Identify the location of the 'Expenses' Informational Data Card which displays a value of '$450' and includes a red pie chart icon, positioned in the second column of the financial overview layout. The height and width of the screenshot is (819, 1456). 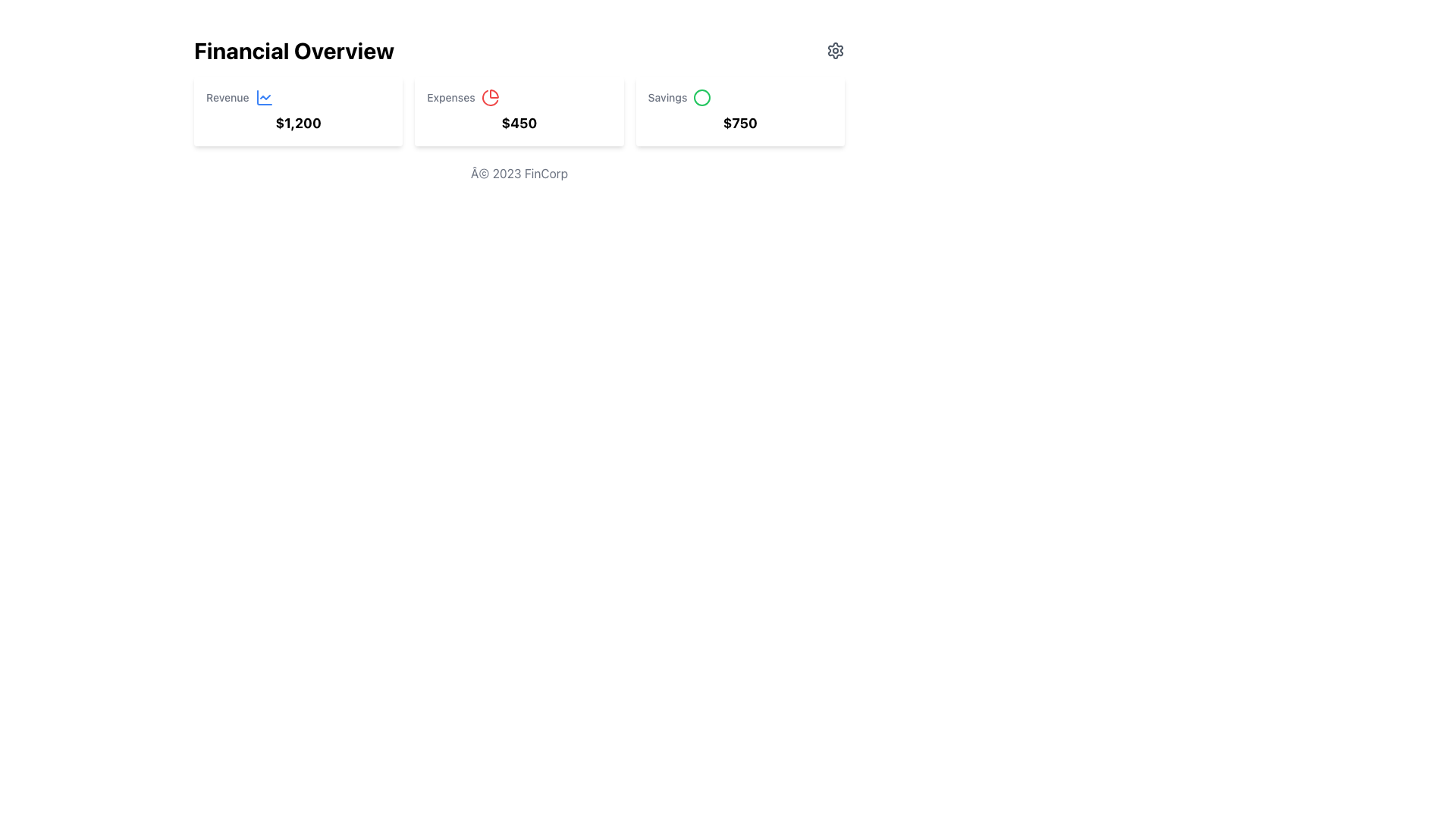
(519, 110).